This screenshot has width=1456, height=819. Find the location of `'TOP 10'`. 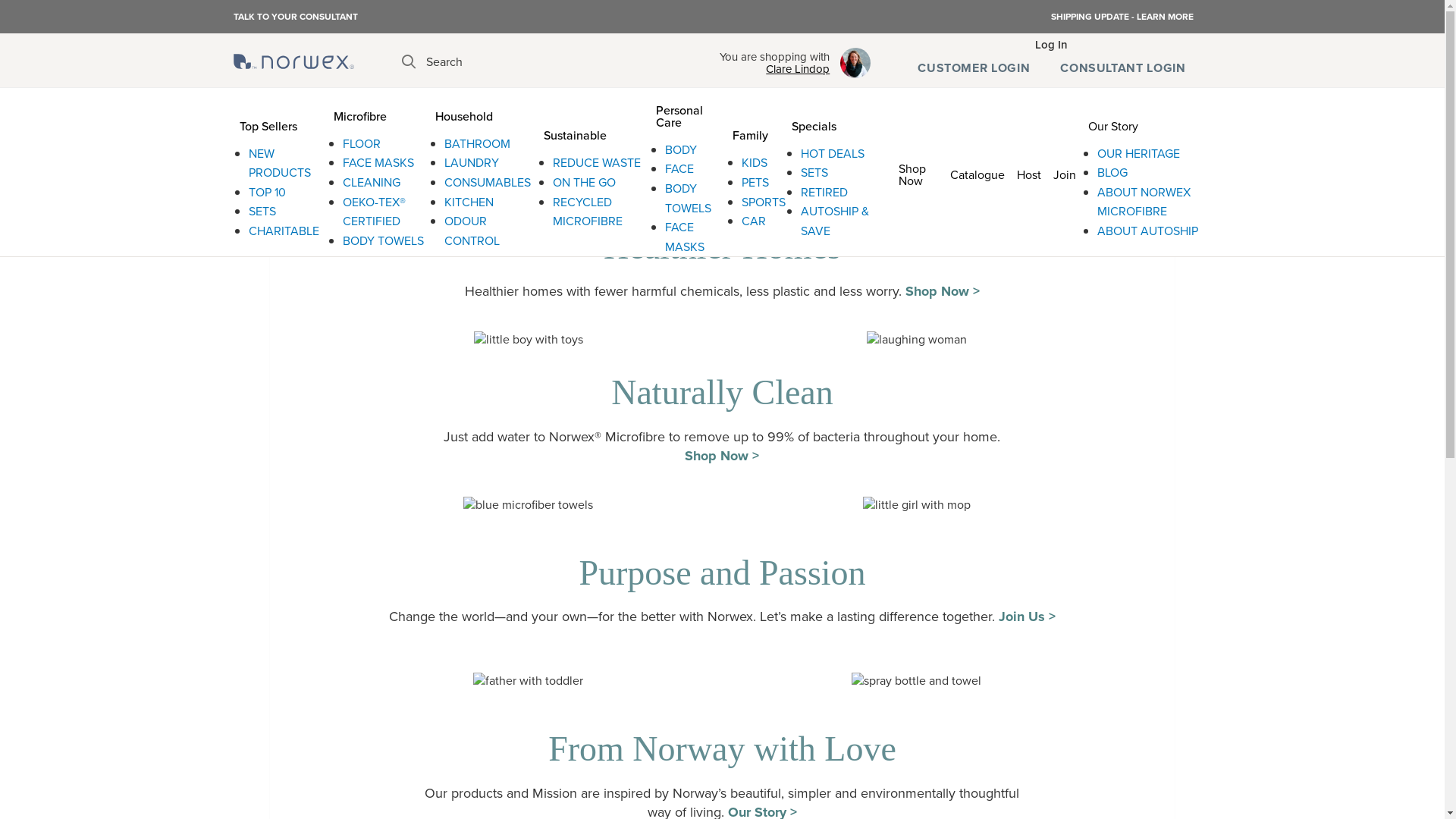

'TOP 10' is located at coordinates (267, 191).